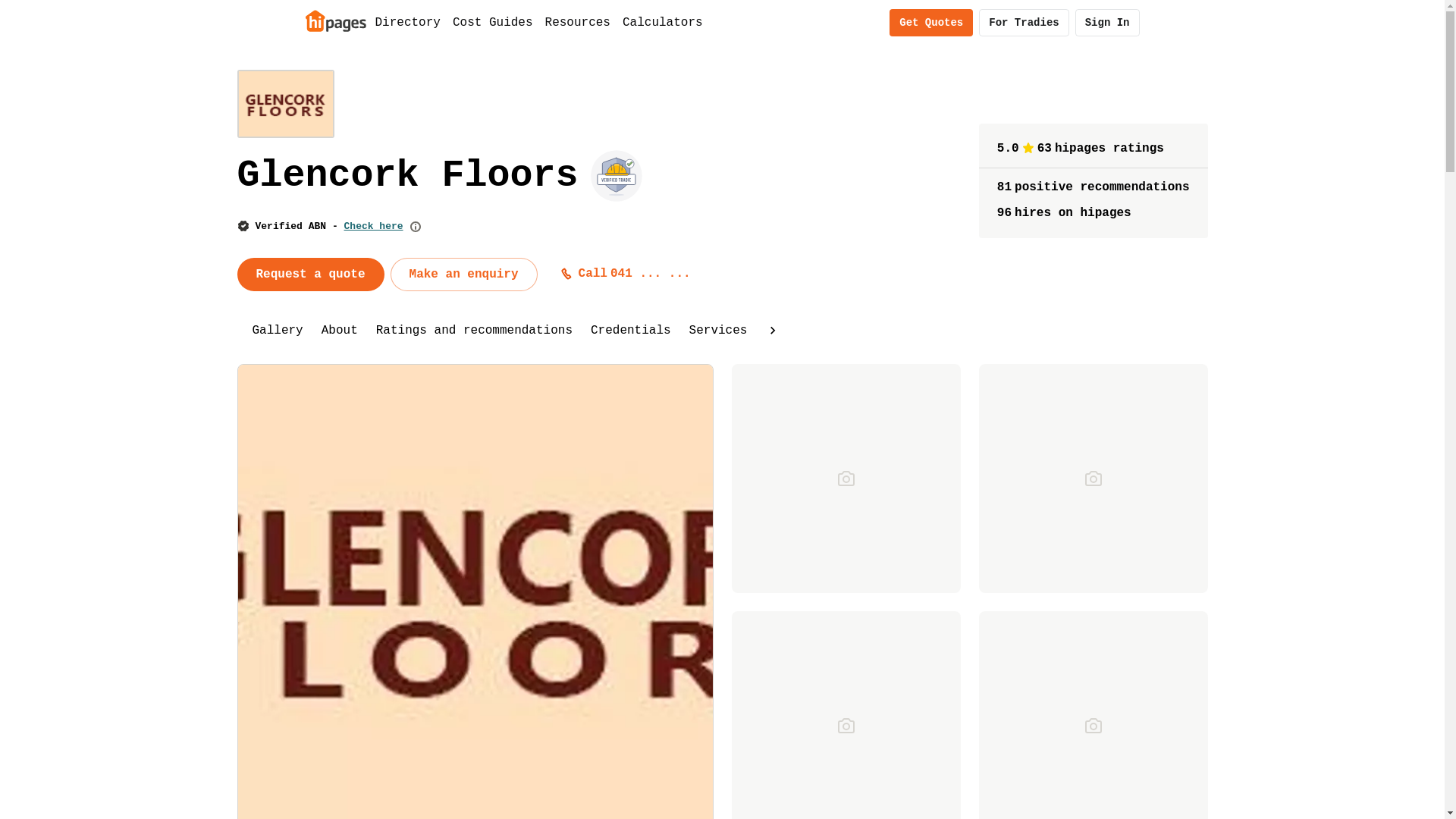 The height and width of the screenshot is (819, 1456). Describe the element at coordinates (334, 20) in the screenshot. I see `'Home'` at that location.